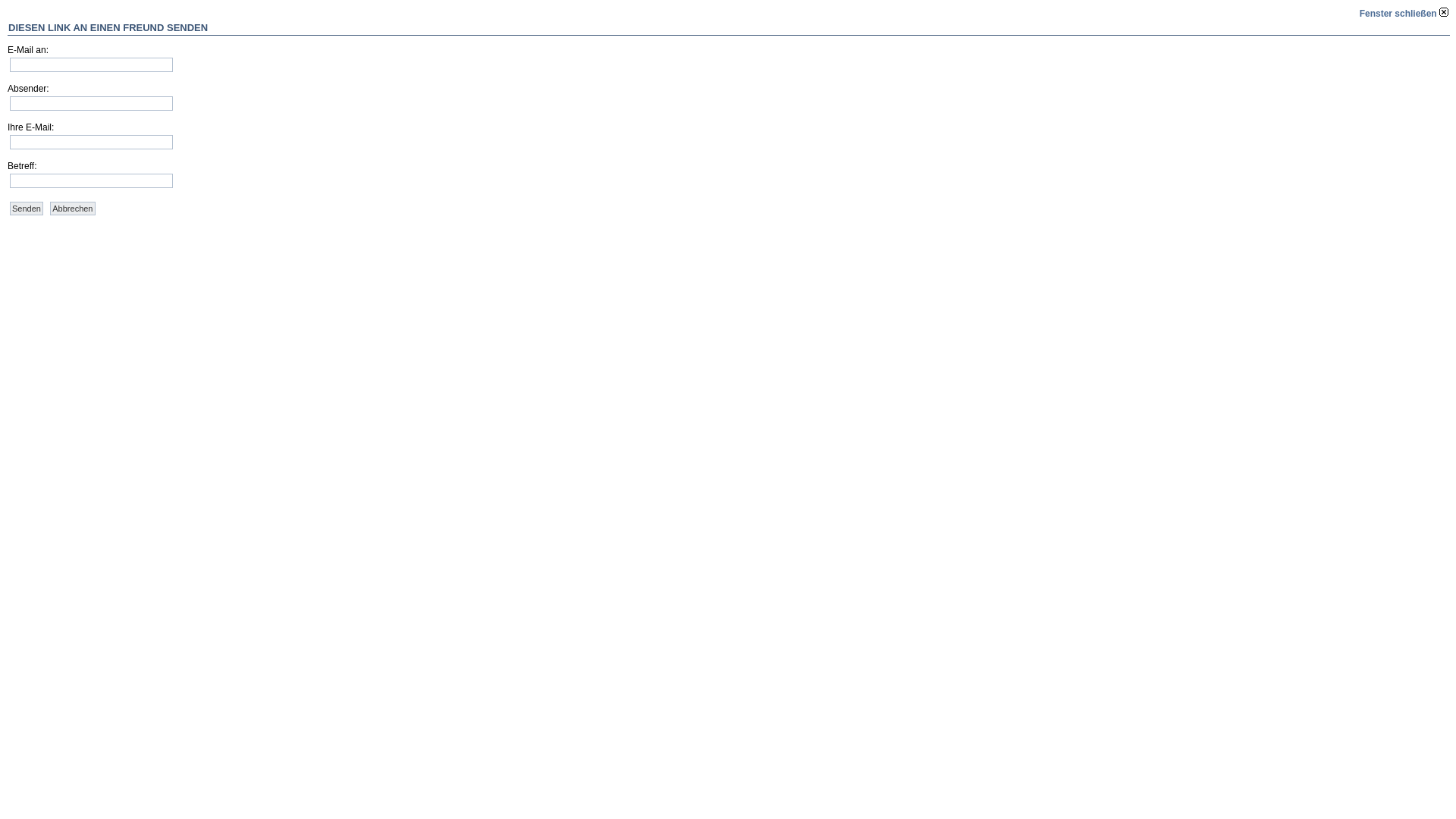 The height and width of the screenshot is (819, 1456). I want to click on 'Abbrechen', so click(71, 208).